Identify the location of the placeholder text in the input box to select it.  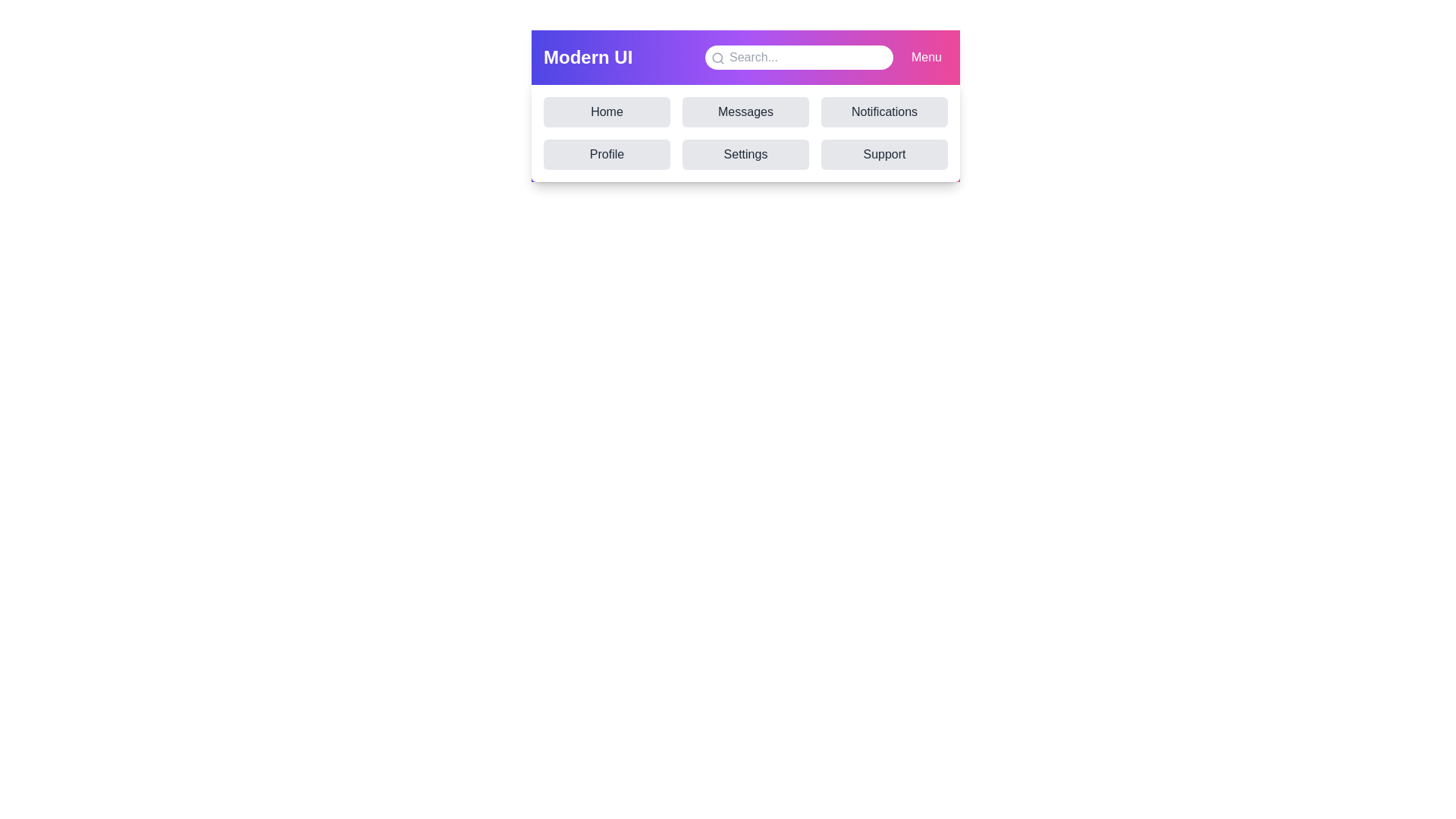
(798, 57).